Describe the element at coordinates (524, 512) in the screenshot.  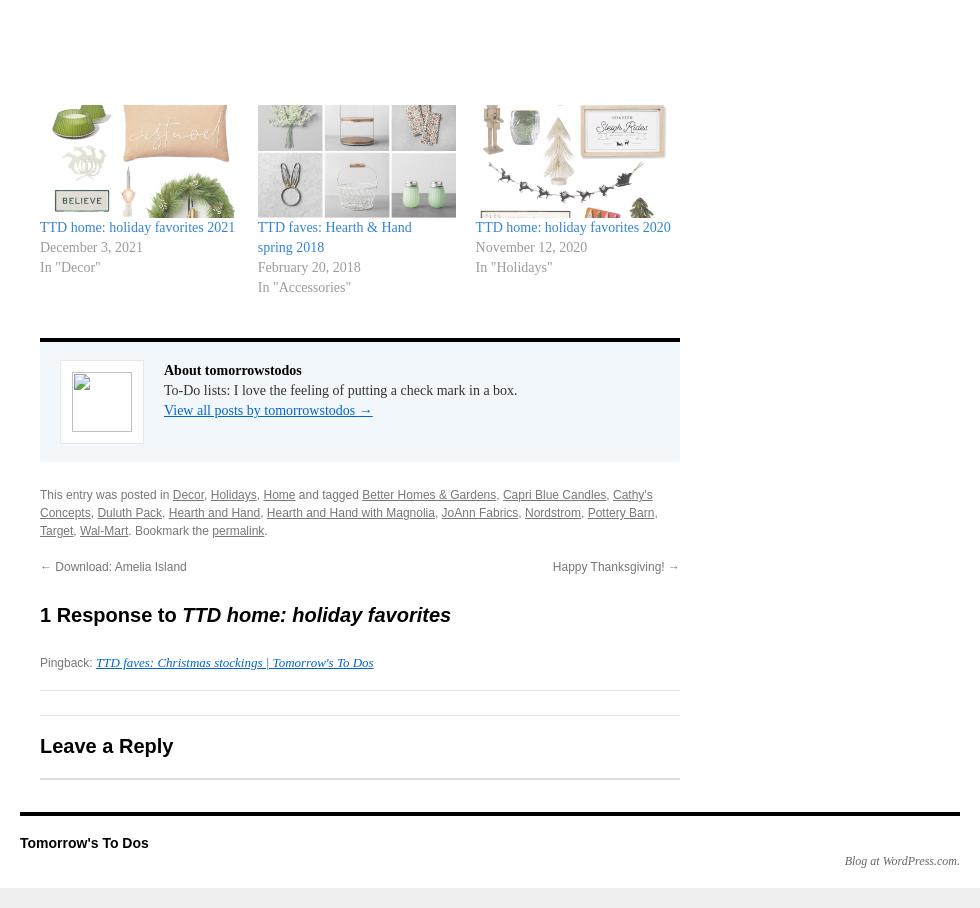
I see `'Nordstrom'` at that location.